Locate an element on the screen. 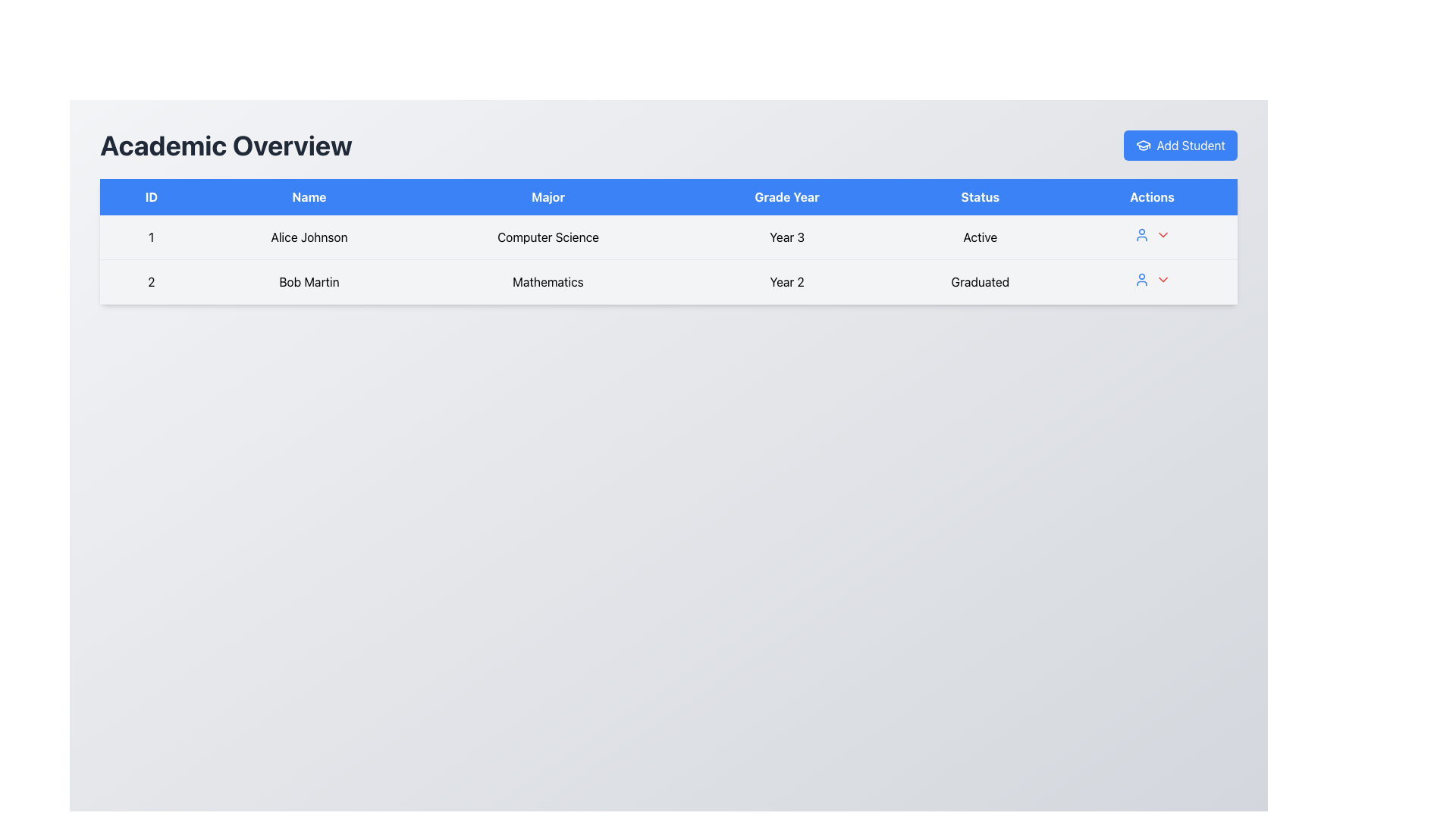  the user-related action icon button located in the 'Actions' column of the second row in the displayed table to observe styling changes is located at coordinates (1141, 234).